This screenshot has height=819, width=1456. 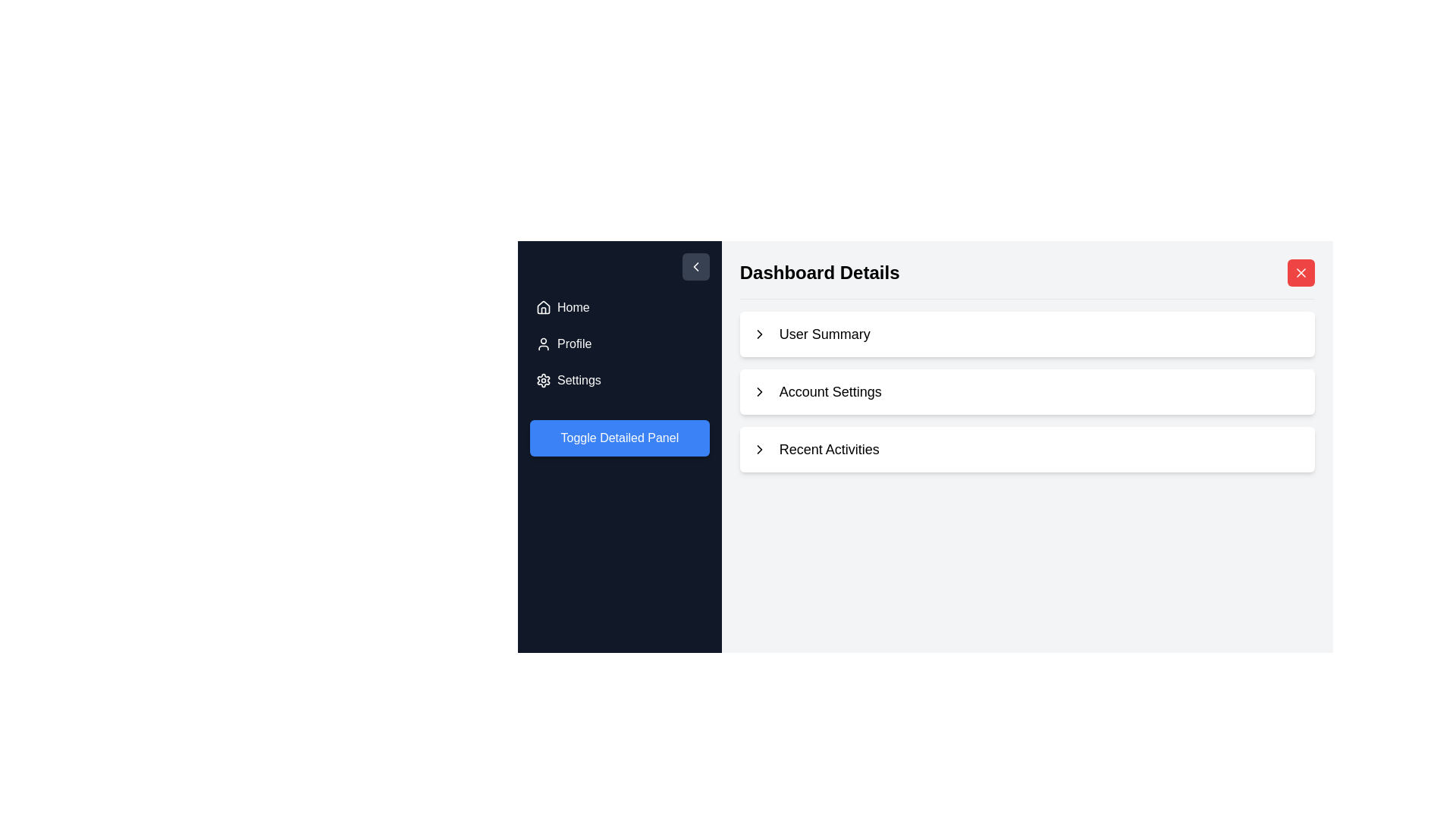 What do you see at coordinates (620, 344) in the screenshot?
I see `the navigation button for profile information, which is the second button in the vertical list of the left-side navigation panel, located below 'Home' and above 'Settings'` at bounding box center [620, 344].